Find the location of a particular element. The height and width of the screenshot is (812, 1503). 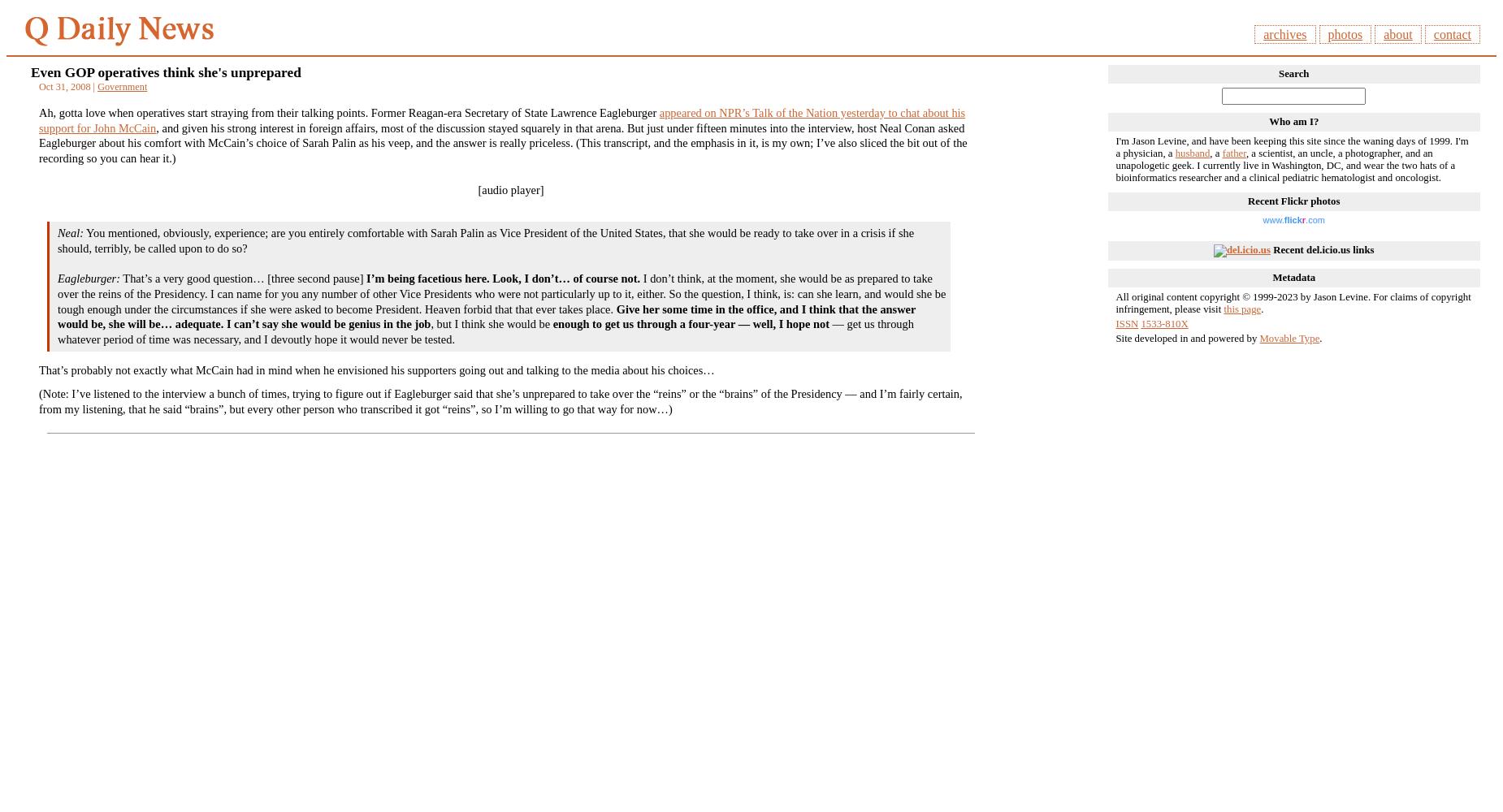

'1533-810X' is located at coordinates (1164, 324).